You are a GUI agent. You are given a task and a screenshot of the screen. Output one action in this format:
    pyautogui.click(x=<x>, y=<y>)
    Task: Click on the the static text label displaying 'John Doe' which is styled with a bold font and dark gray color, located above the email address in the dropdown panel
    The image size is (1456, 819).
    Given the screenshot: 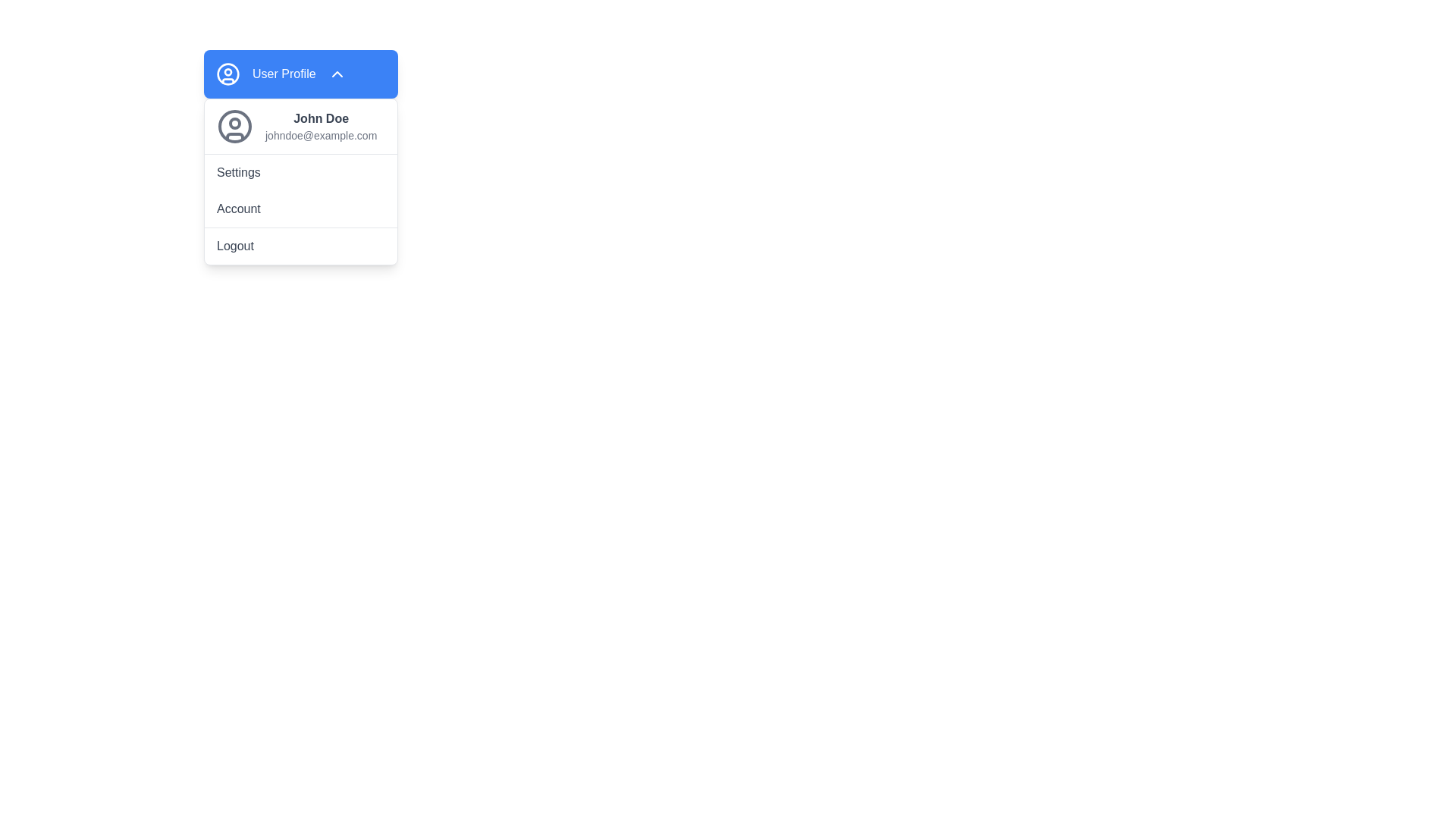 What is the action you would take?
    pyautogui.click(x=320, y=118)
    